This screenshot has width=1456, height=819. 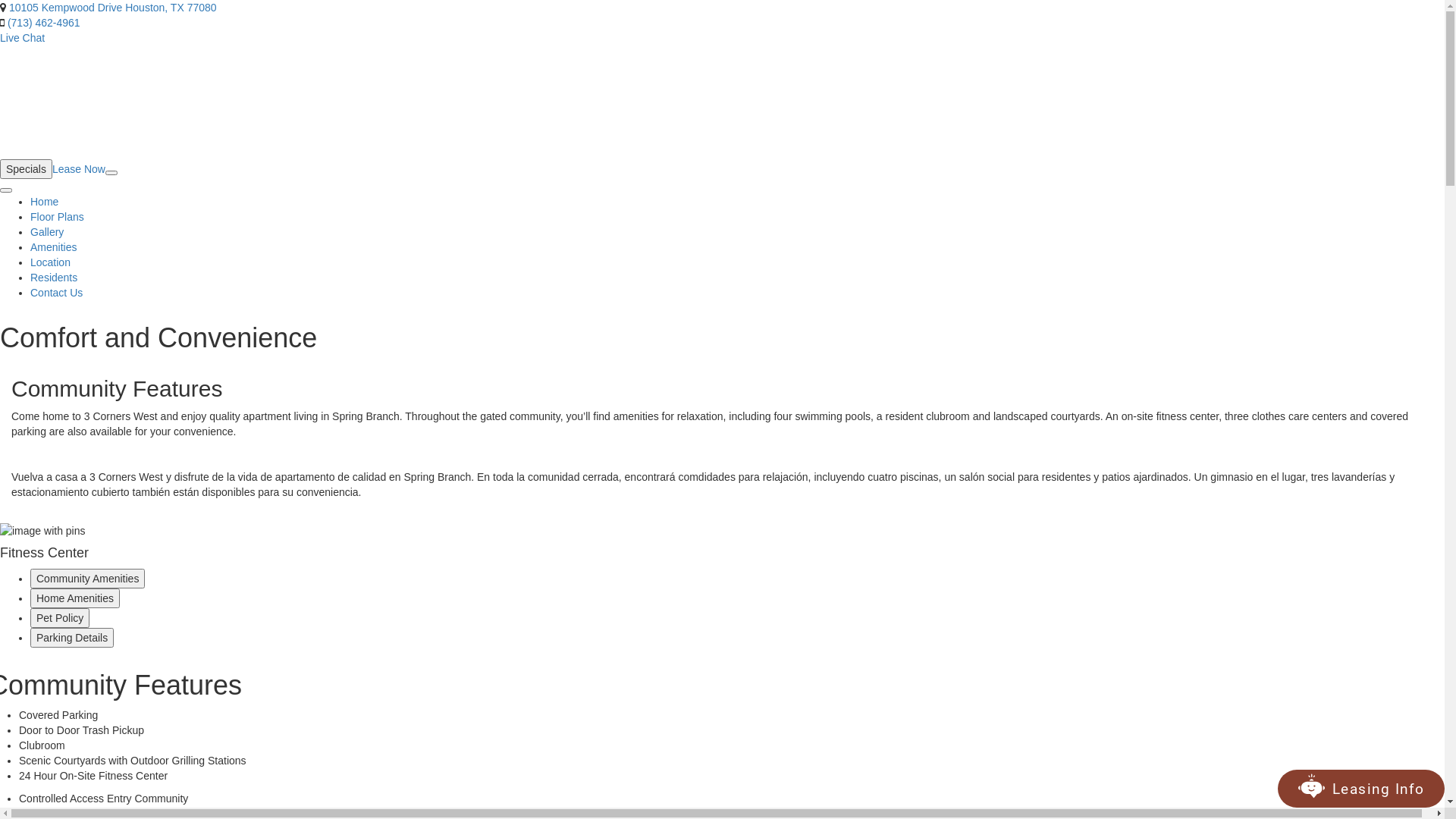 I want to click on '(713) 462-4961', so click(x=43, y=23).